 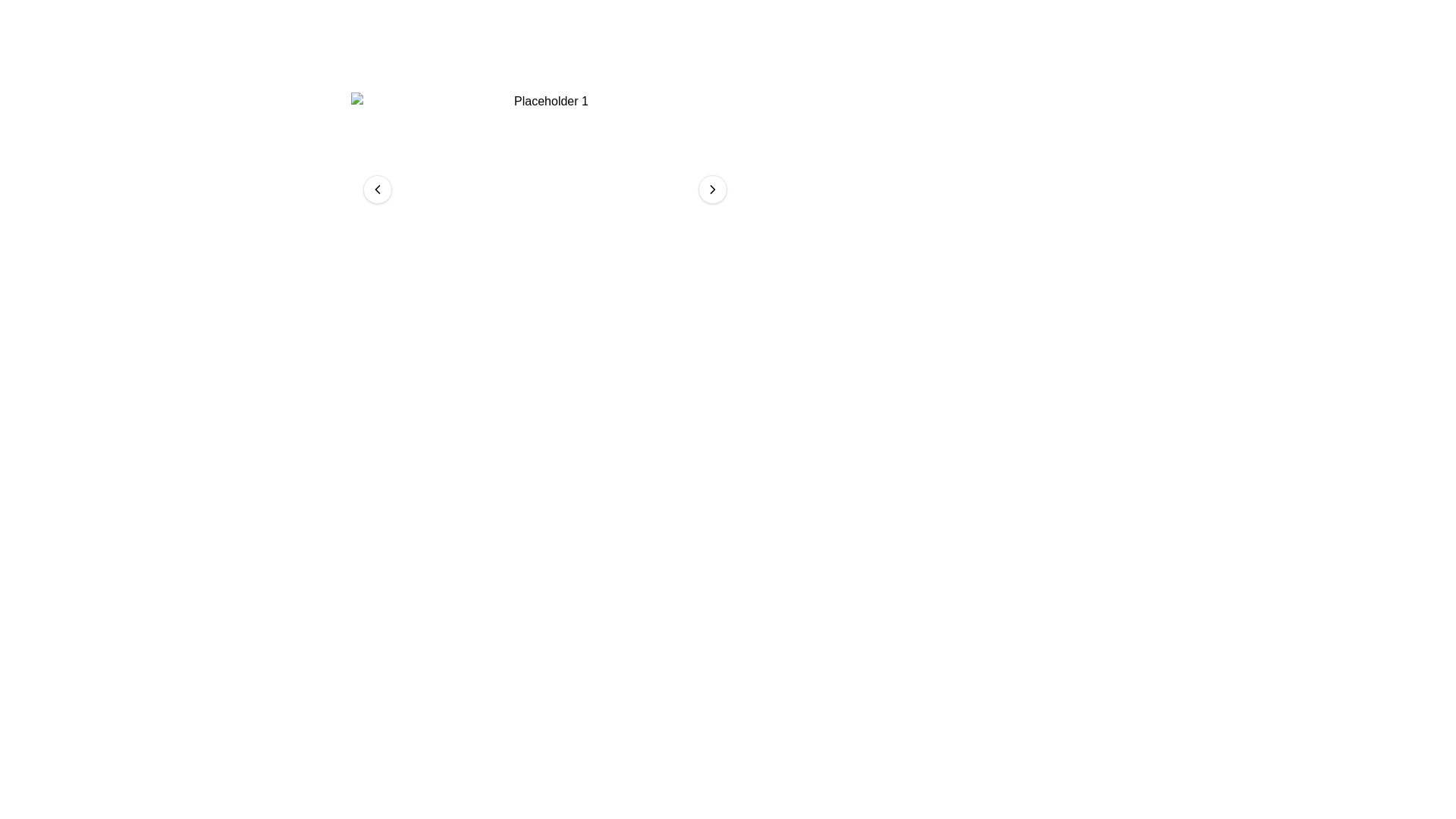 What do you see at coordinates (712, 189) in the screenshot?
I see `the circular button with a white background and a right-facing chevron arrow symbol` at bounding box center [712, 189].